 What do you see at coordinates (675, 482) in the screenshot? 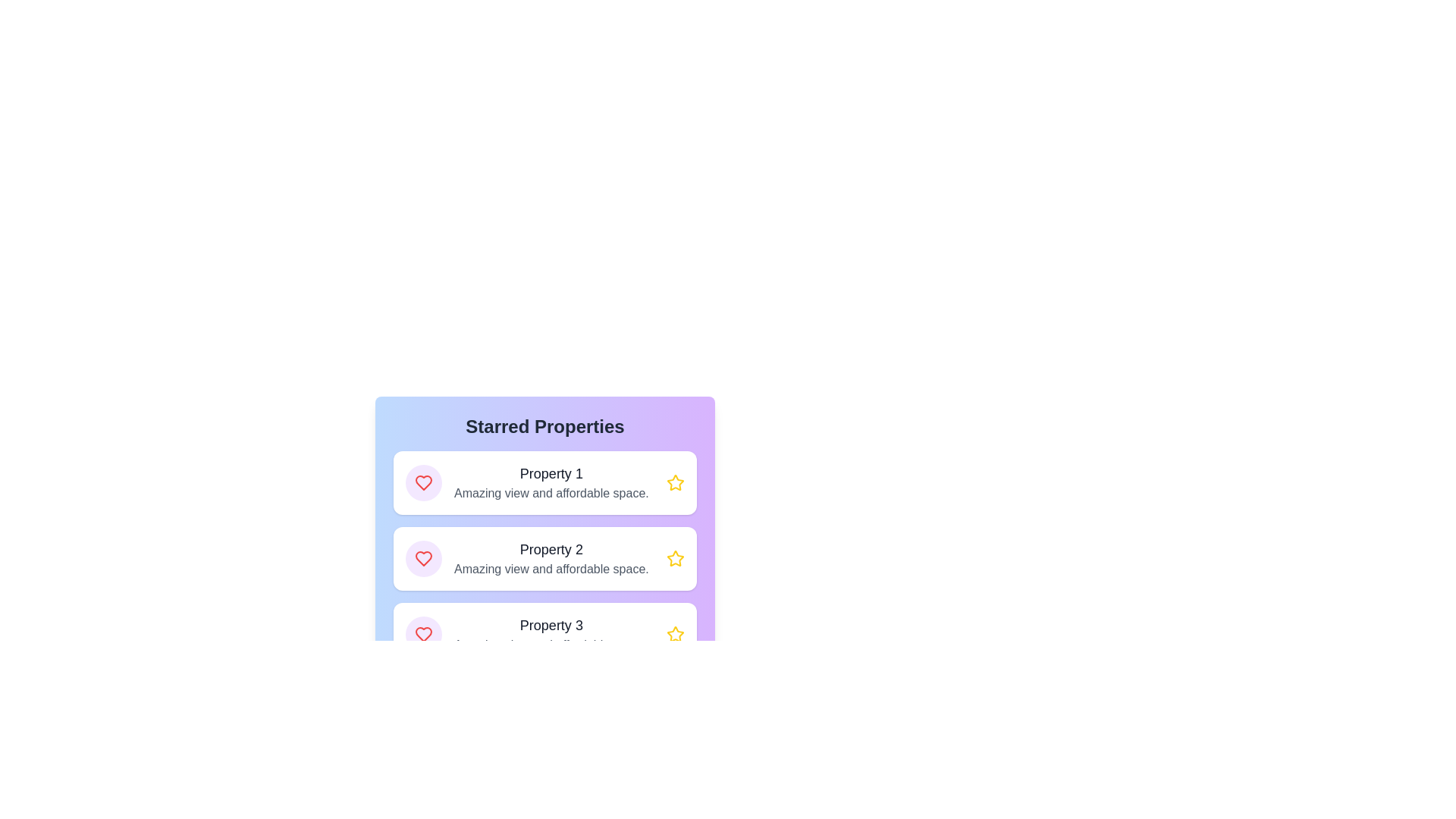
I see `the star icon in the top-right corner of the 'Property 1' card` at bounding box center [675, 482].